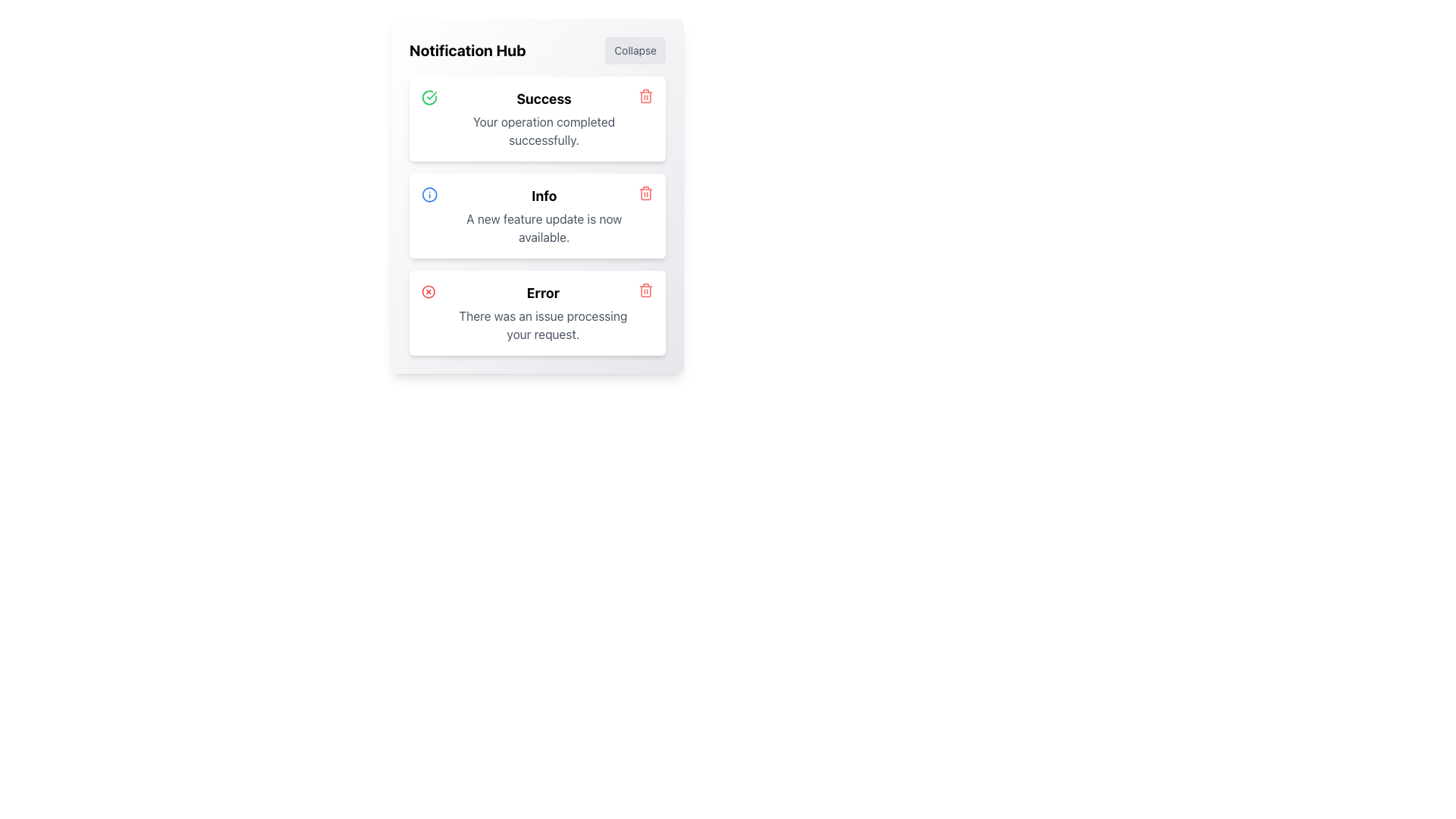  I want to click on the circular graphical element within the 'Error' notification card located in the third row to initiate the associated action, so click(428, 292).